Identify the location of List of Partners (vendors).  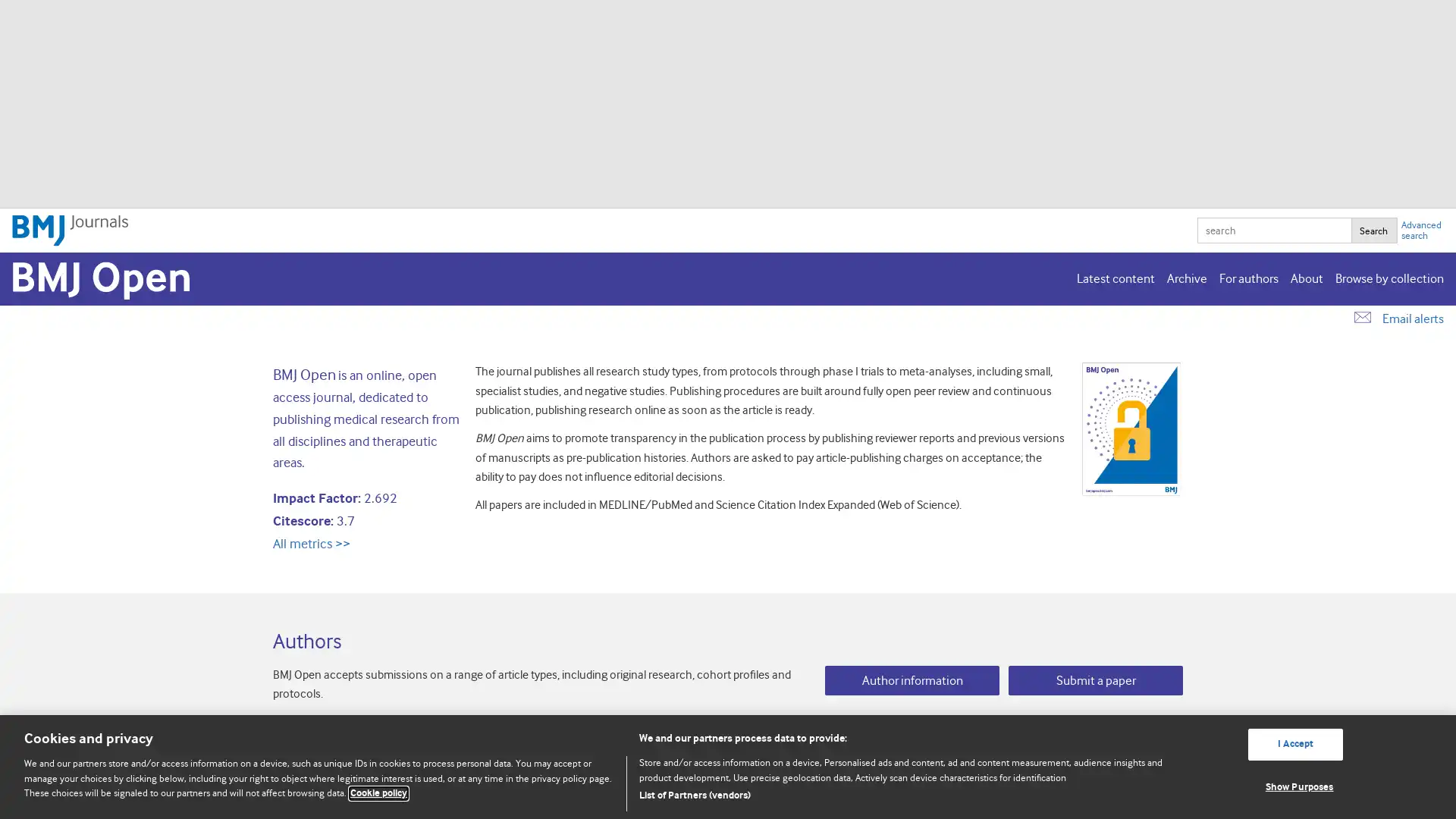
(903, 795).